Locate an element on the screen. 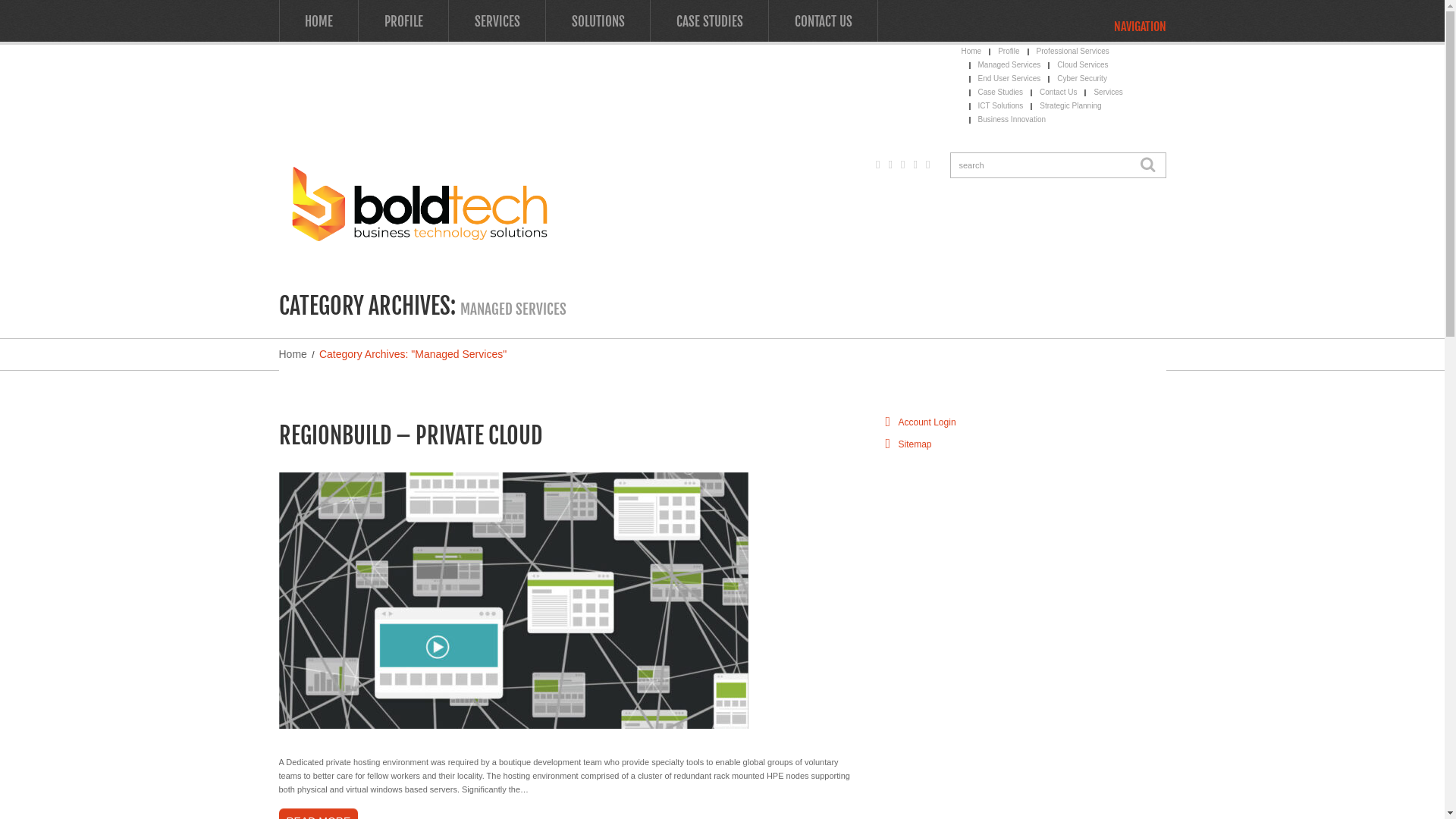 The height and width of the screenshot is (819, 1456). 'SERVICES' is located at coordinates (497, 20).